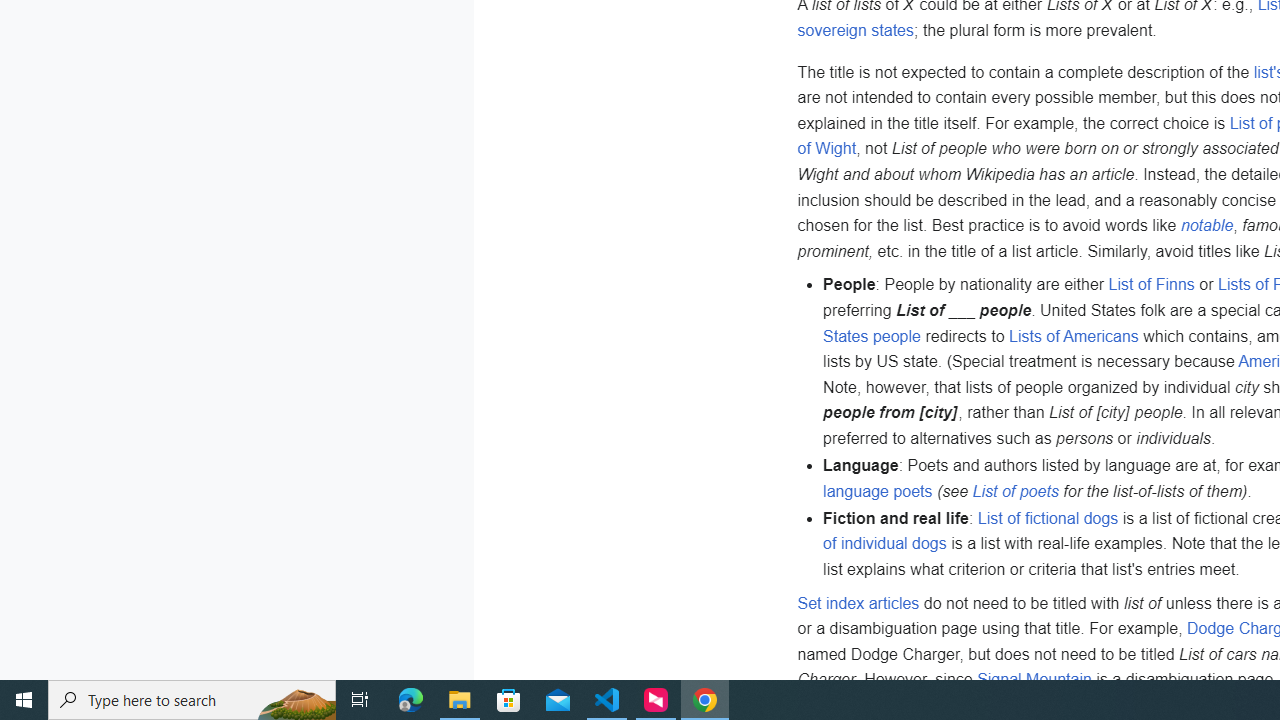 This screenshot has width=1280, height=720. What do you see at coordinates (858, 602) in the screenshot?
I see `'Set index articles'` at bounding box center [858, 602].